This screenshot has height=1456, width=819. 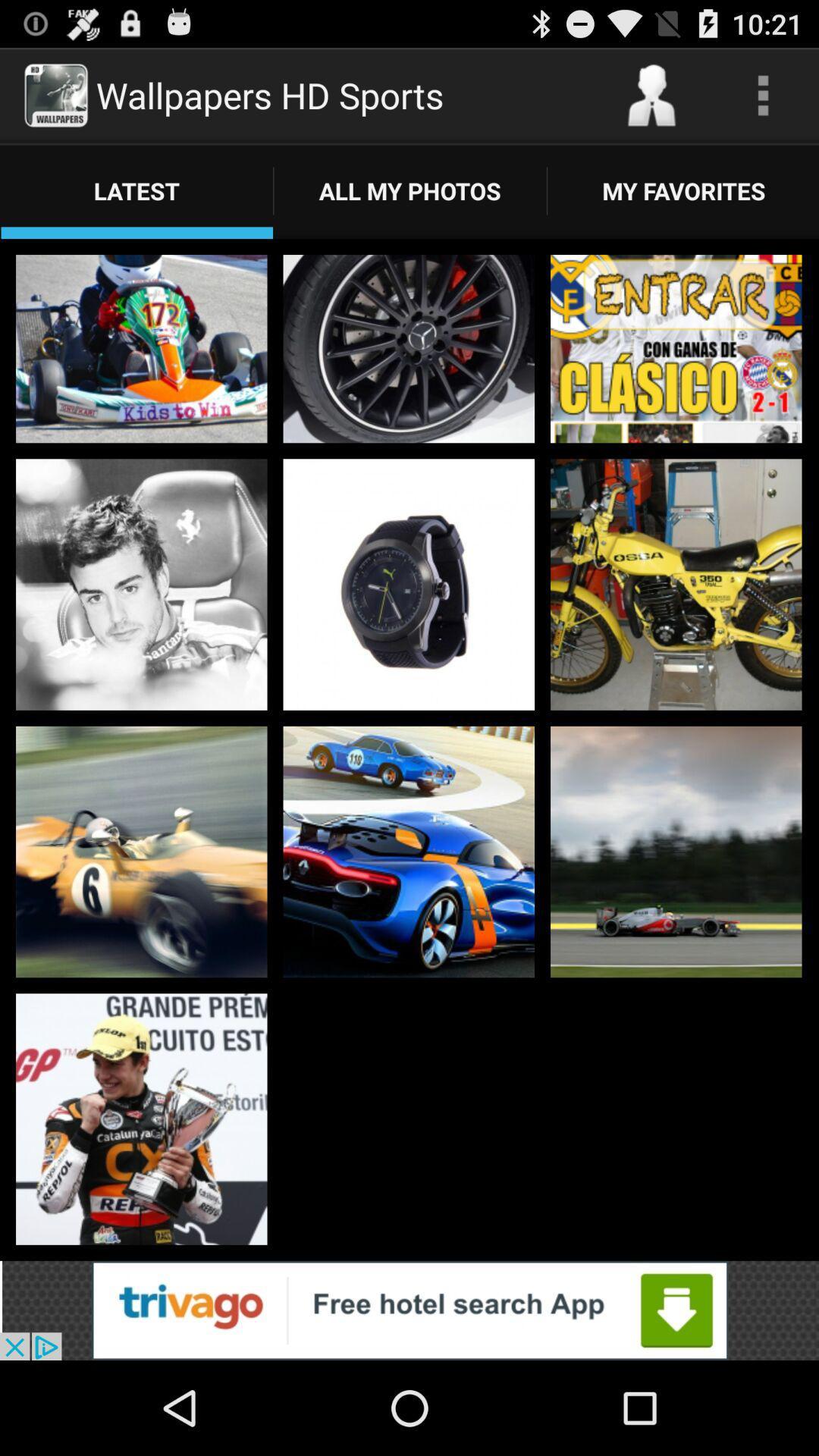 I want to click on opens advertisement, so click(x=409, y=1310).